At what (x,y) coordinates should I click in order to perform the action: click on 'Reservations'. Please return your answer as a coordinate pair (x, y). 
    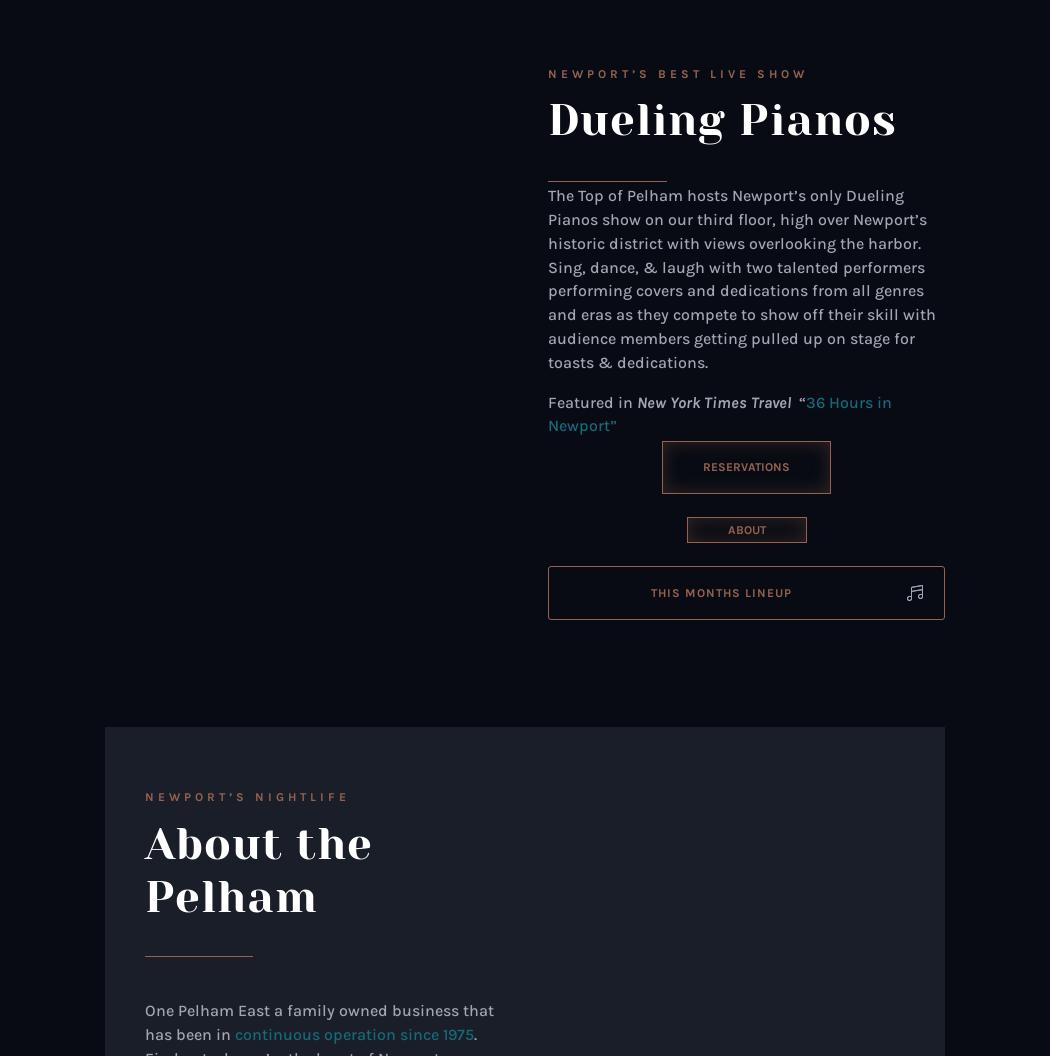
    Looking at the image, I should click on (702, 465).